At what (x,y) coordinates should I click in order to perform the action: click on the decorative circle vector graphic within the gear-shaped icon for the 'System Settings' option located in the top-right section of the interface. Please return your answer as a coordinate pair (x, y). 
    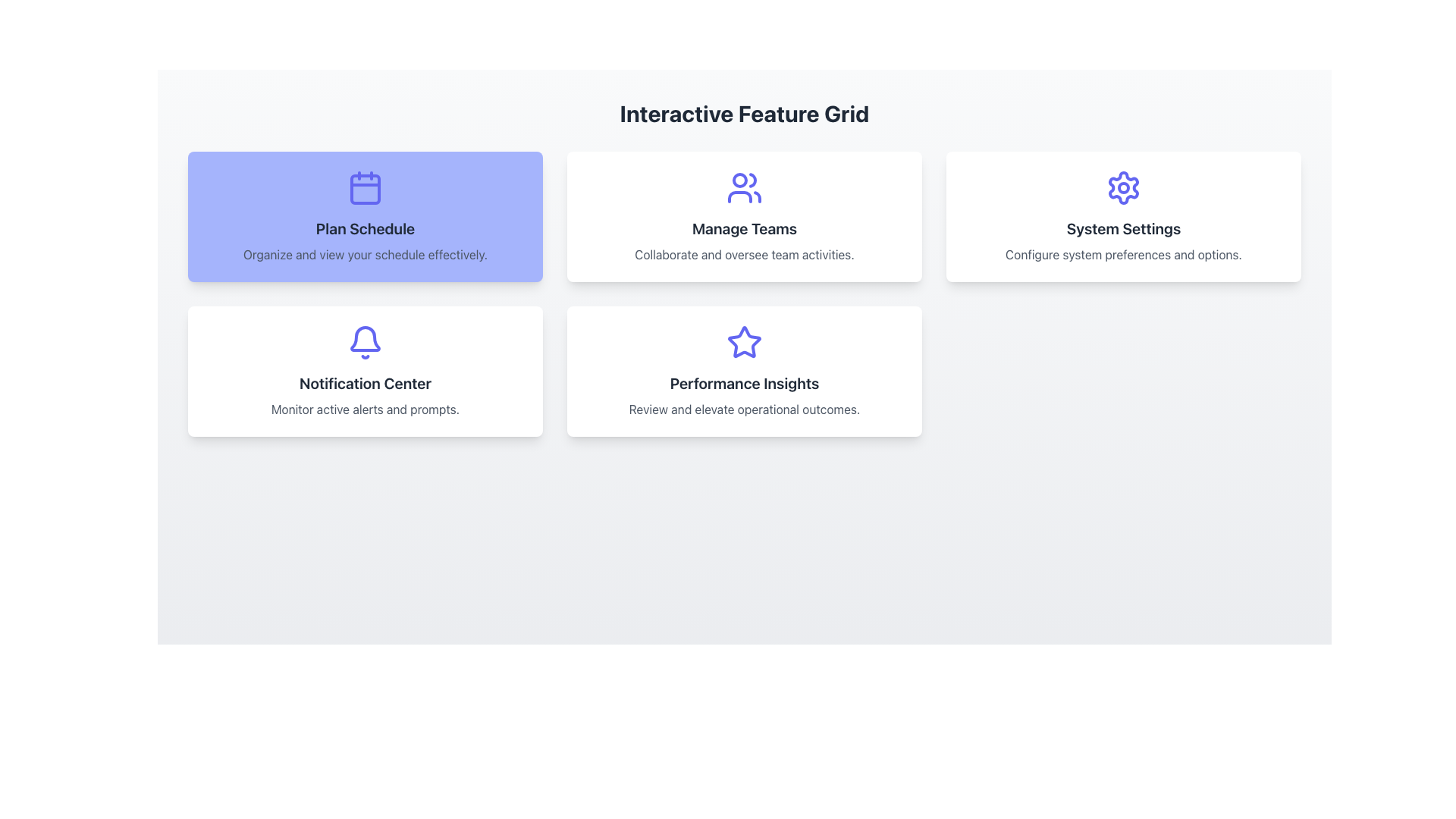
    Looking at the image, I should click on (1124, 187).